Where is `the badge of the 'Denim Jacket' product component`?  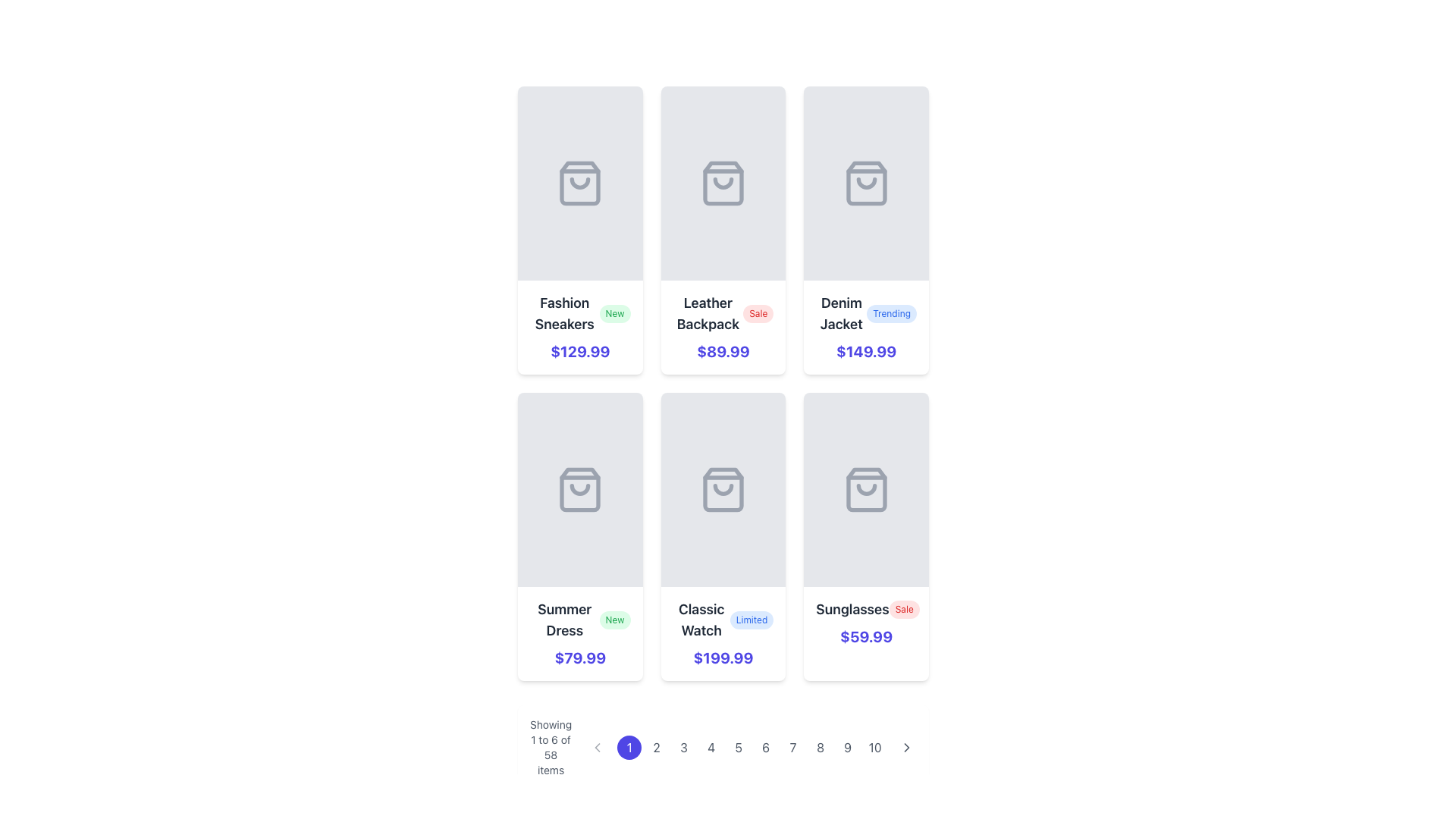 the badge of the 'Denim Jacket' product component is located at coordinates (866, 312).